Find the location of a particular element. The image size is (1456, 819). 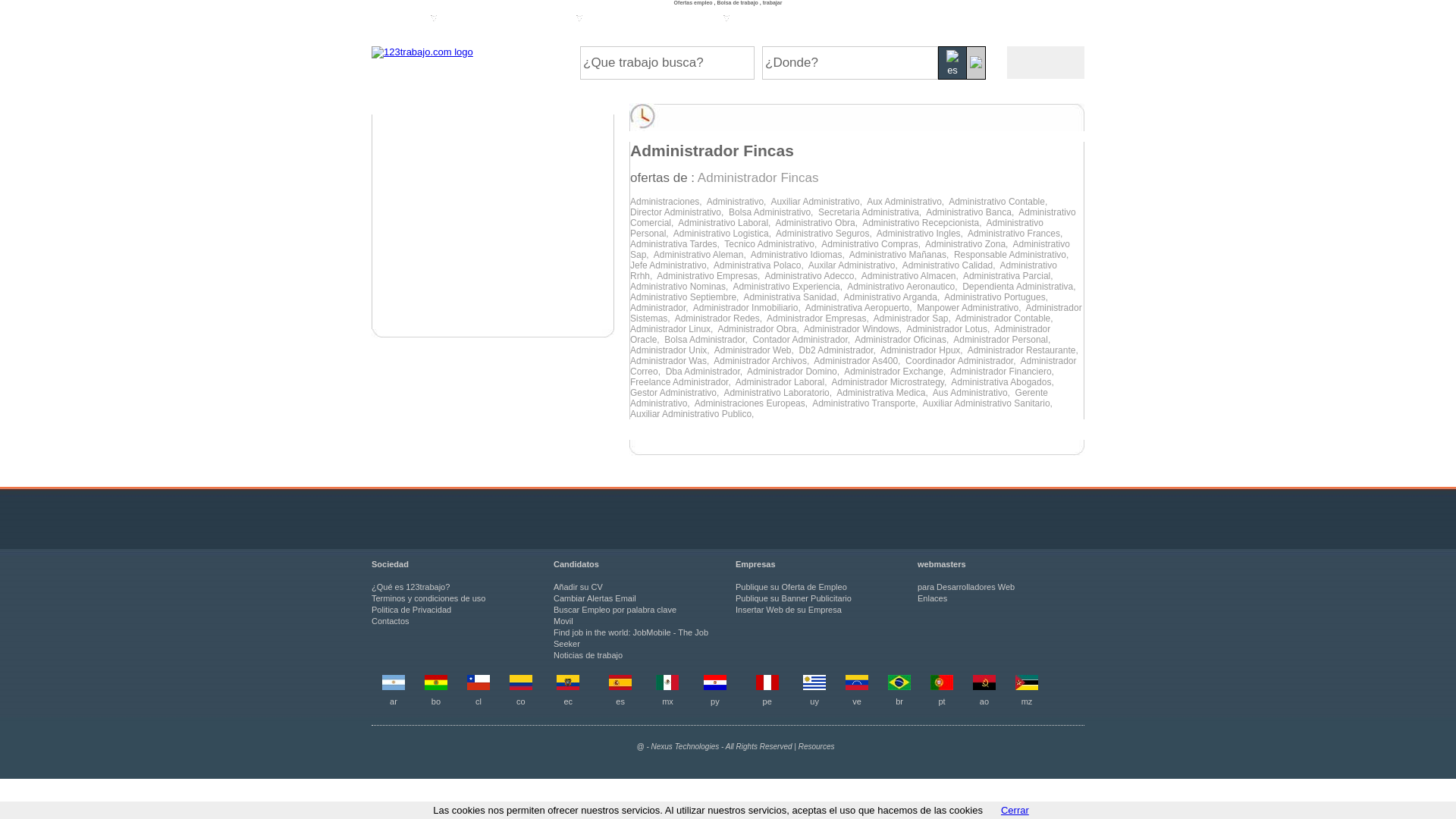

'Administrativo Laboratorio, ' is located at coordinates (723, 391).